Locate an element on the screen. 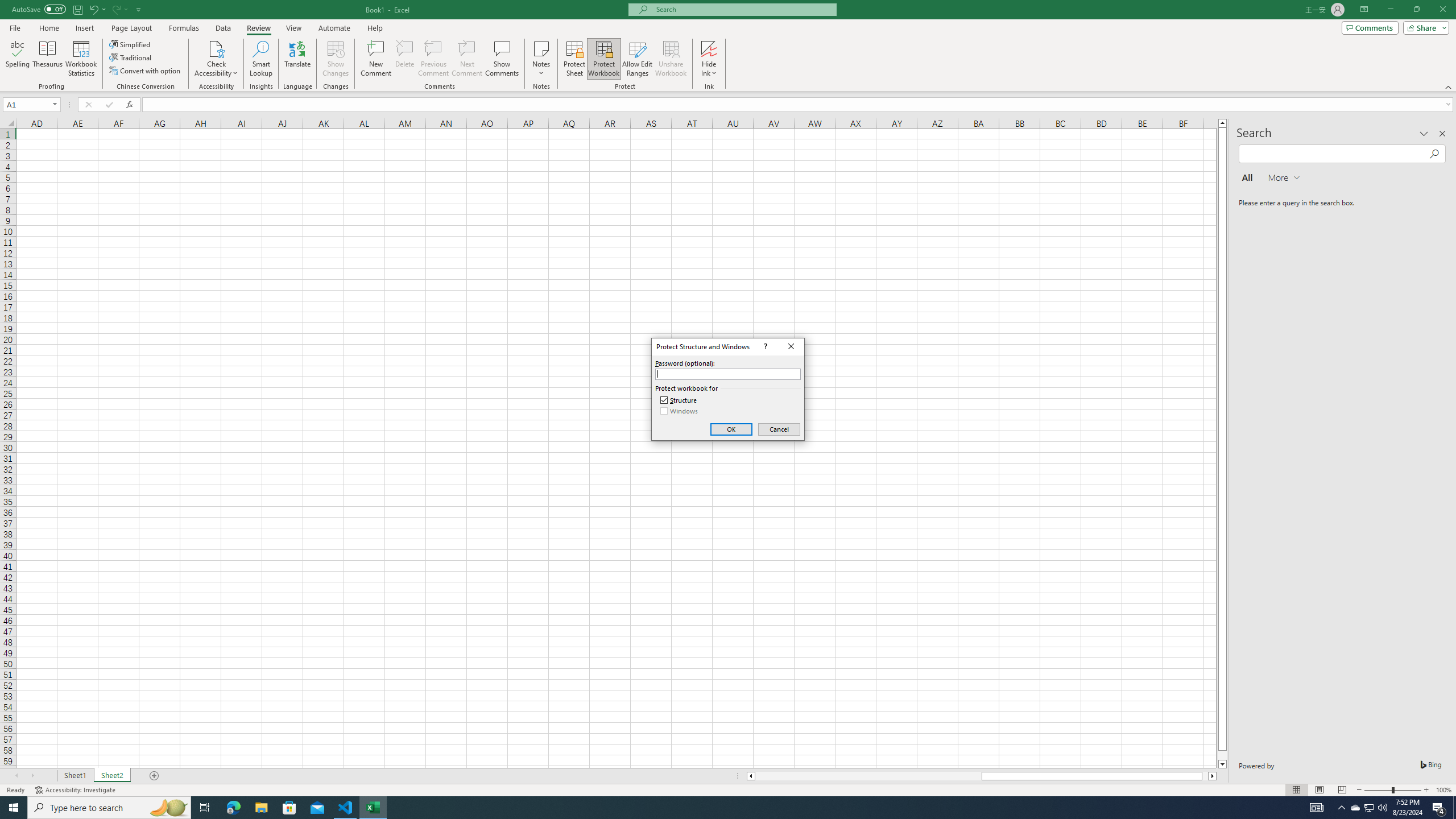 Image resolution: width=1456 pixels, height=819 pixels. 'Task Pane Options' is located at coordinates (1423, 133).